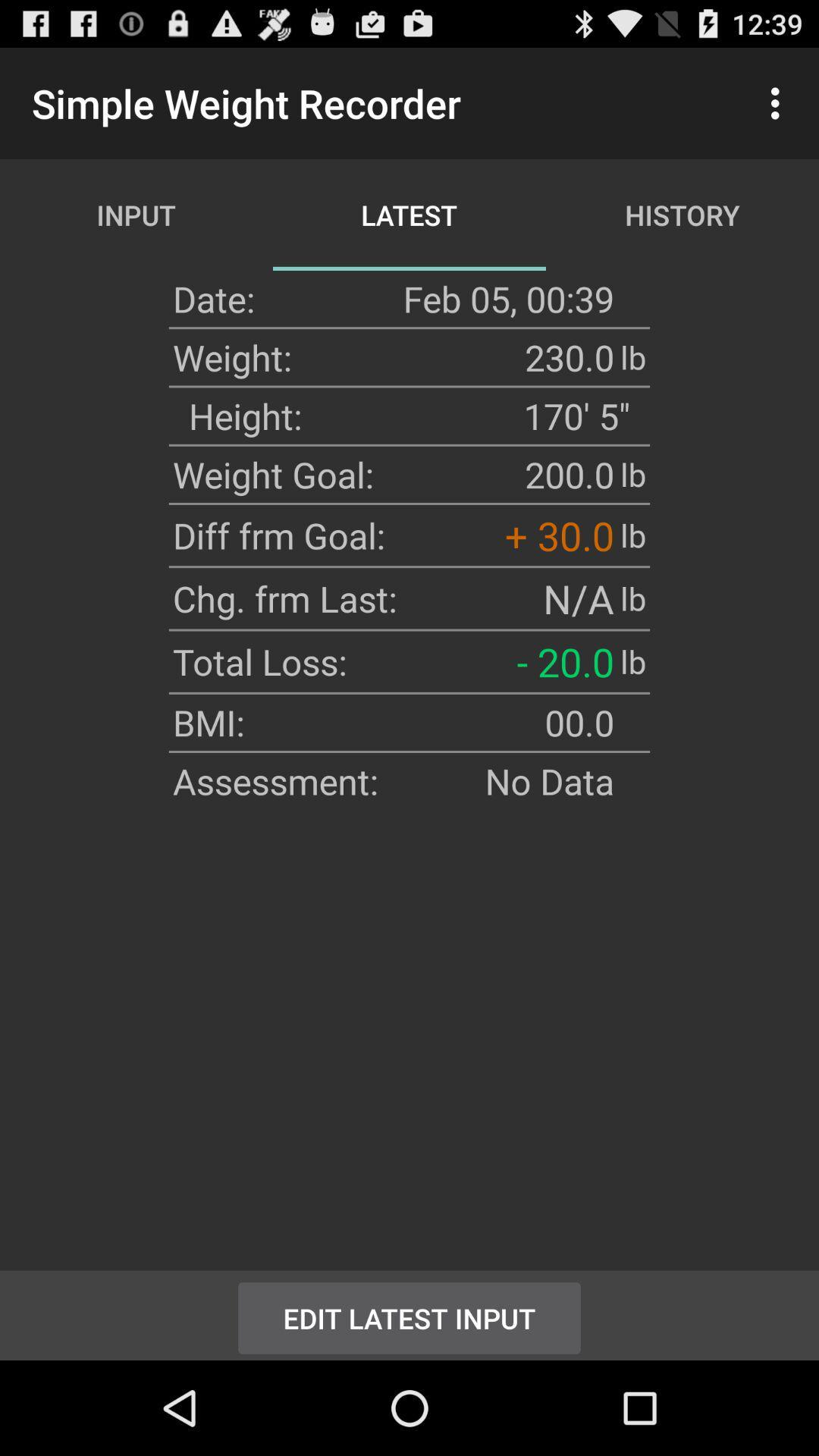 The height and width of the screenshot is (1456, 819). What do you see at coordinates (409, 1314) in the screenshot?
I see `the icon at the bottom` at bounding box center [409, 1314].